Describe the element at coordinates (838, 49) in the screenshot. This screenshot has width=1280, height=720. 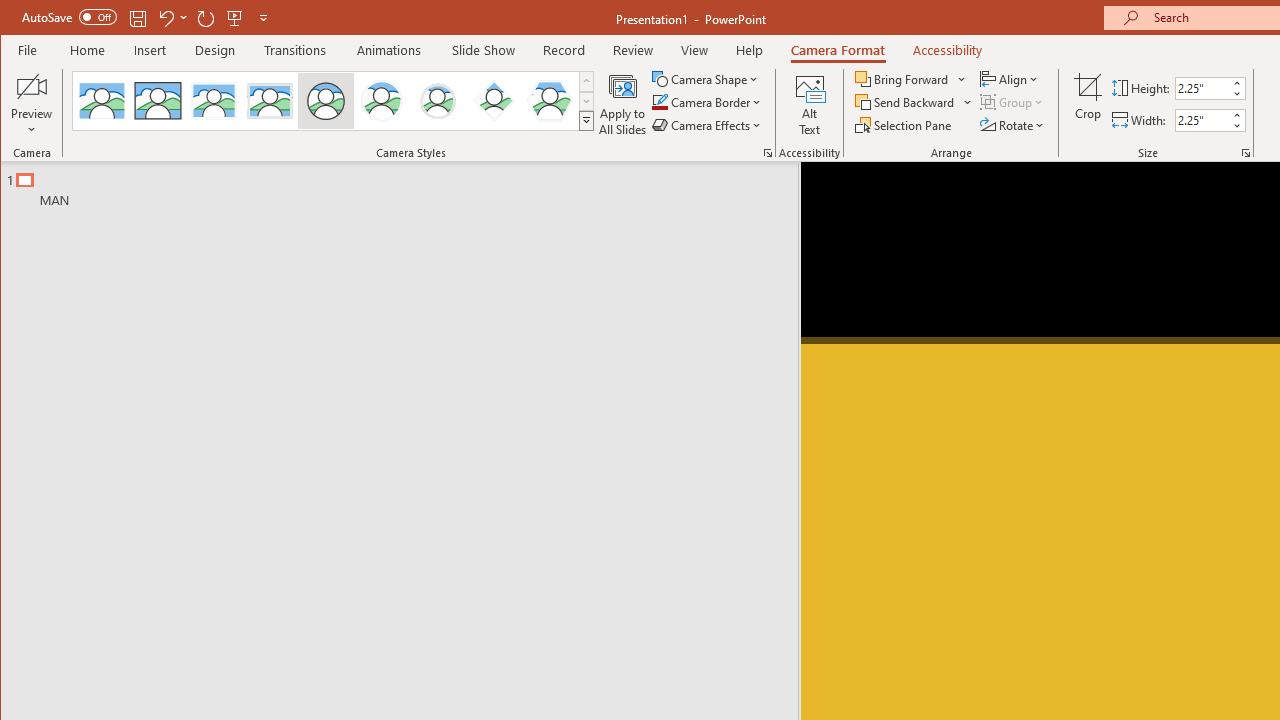
I see `'Camera Format'` at that location.